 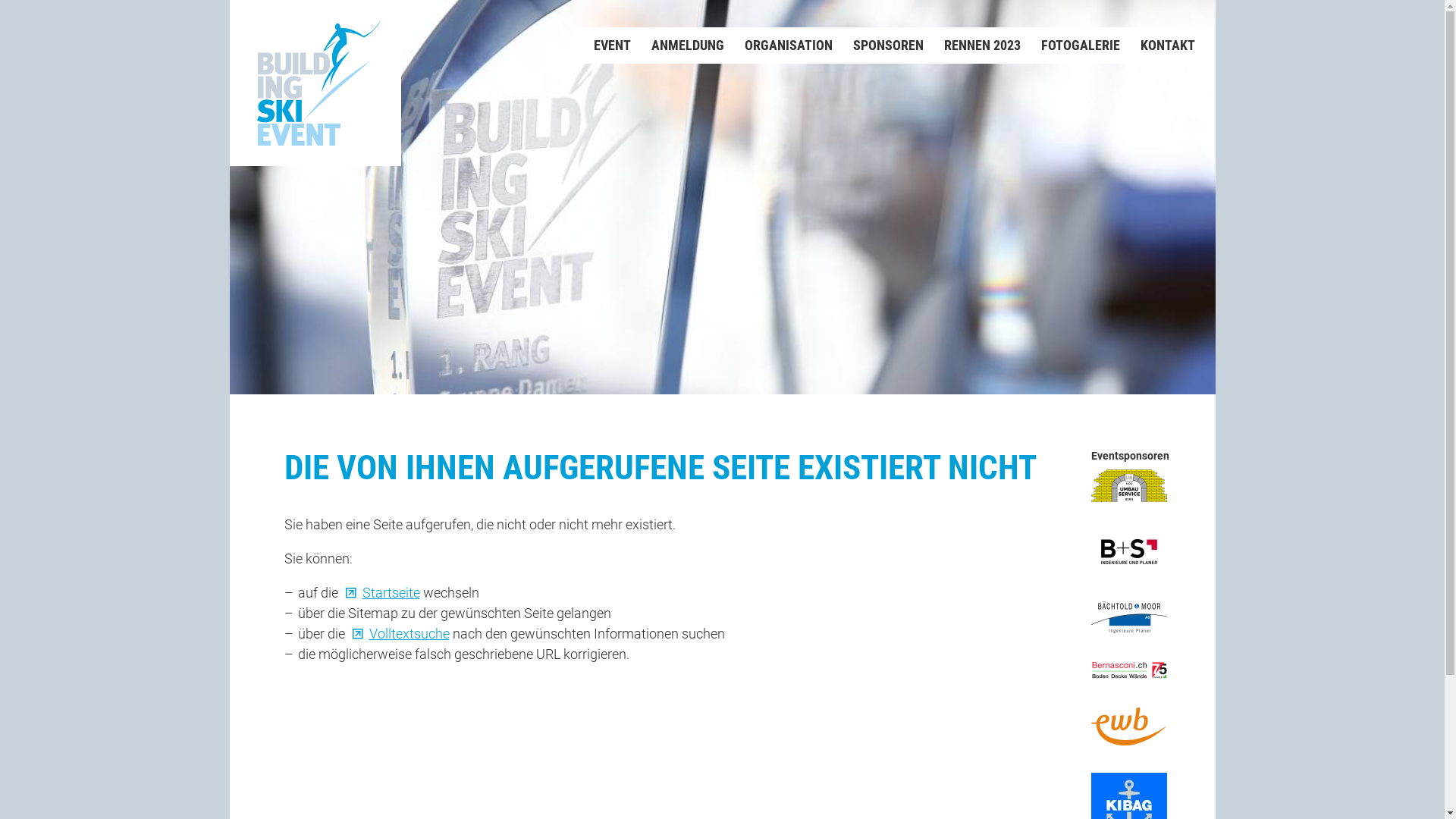 What do you see at coordinates (971, 45) in the screenshot?
I see `'RENNEN 2023'` at bounding box center [971, 45].